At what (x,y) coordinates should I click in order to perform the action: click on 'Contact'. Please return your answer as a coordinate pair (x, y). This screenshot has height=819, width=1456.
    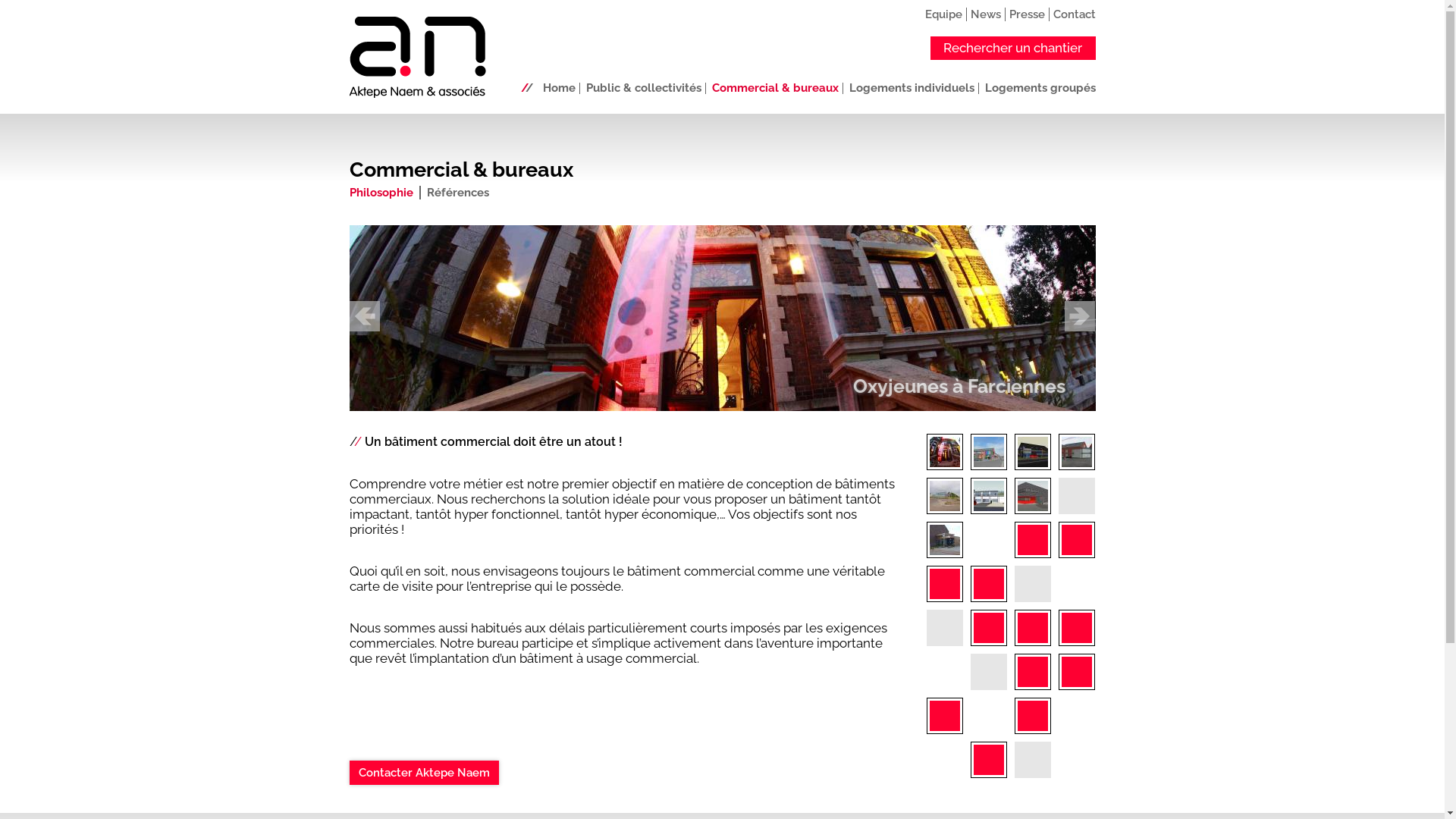
    Looking at the image, I should click on (1073, 14).